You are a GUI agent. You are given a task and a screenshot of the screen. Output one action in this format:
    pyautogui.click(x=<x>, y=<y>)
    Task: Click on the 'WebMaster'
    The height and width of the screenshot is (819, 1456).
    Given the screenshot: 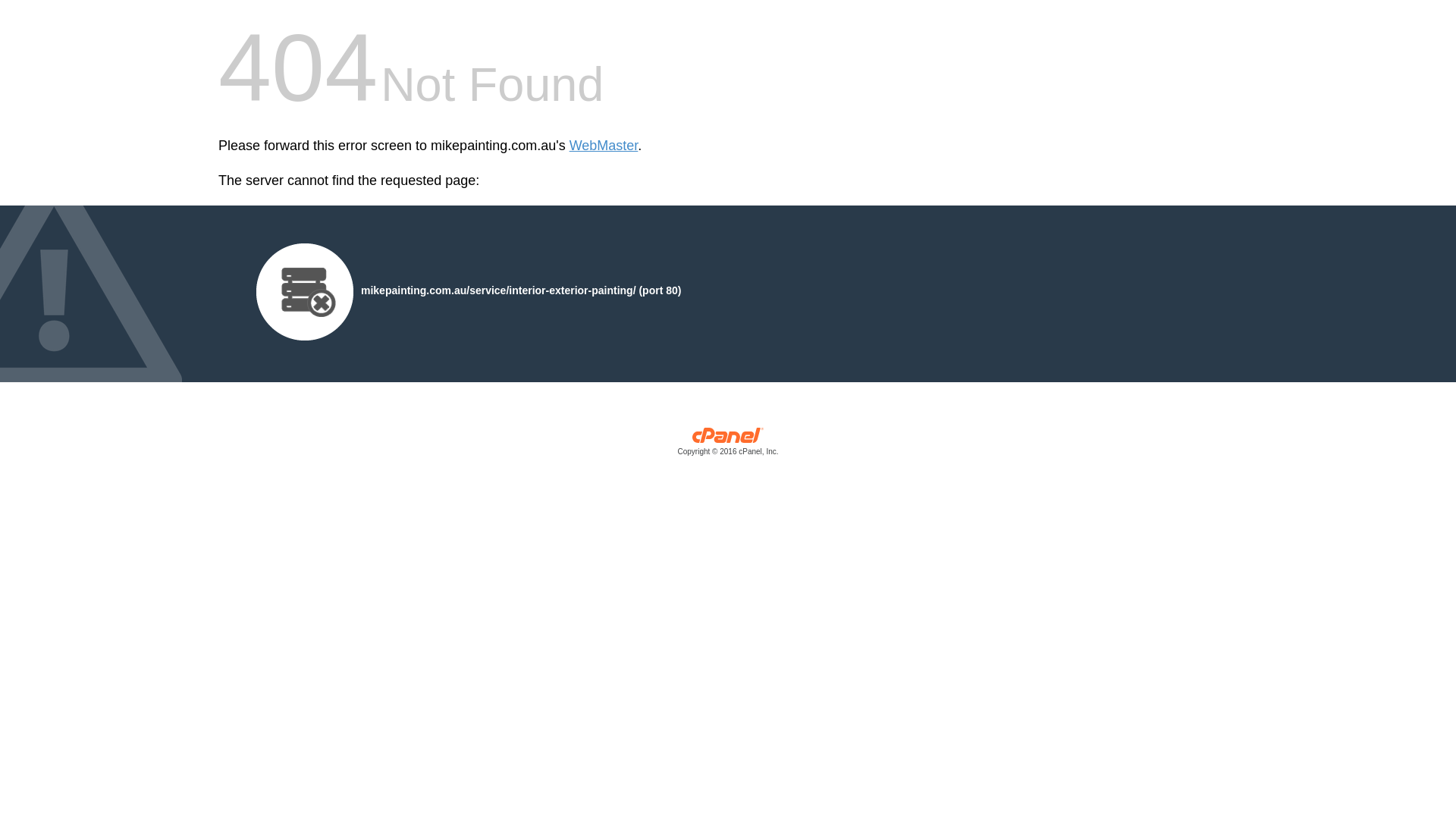 What is the action you would take?
    pyautogui.click(x=603, y=146)
    